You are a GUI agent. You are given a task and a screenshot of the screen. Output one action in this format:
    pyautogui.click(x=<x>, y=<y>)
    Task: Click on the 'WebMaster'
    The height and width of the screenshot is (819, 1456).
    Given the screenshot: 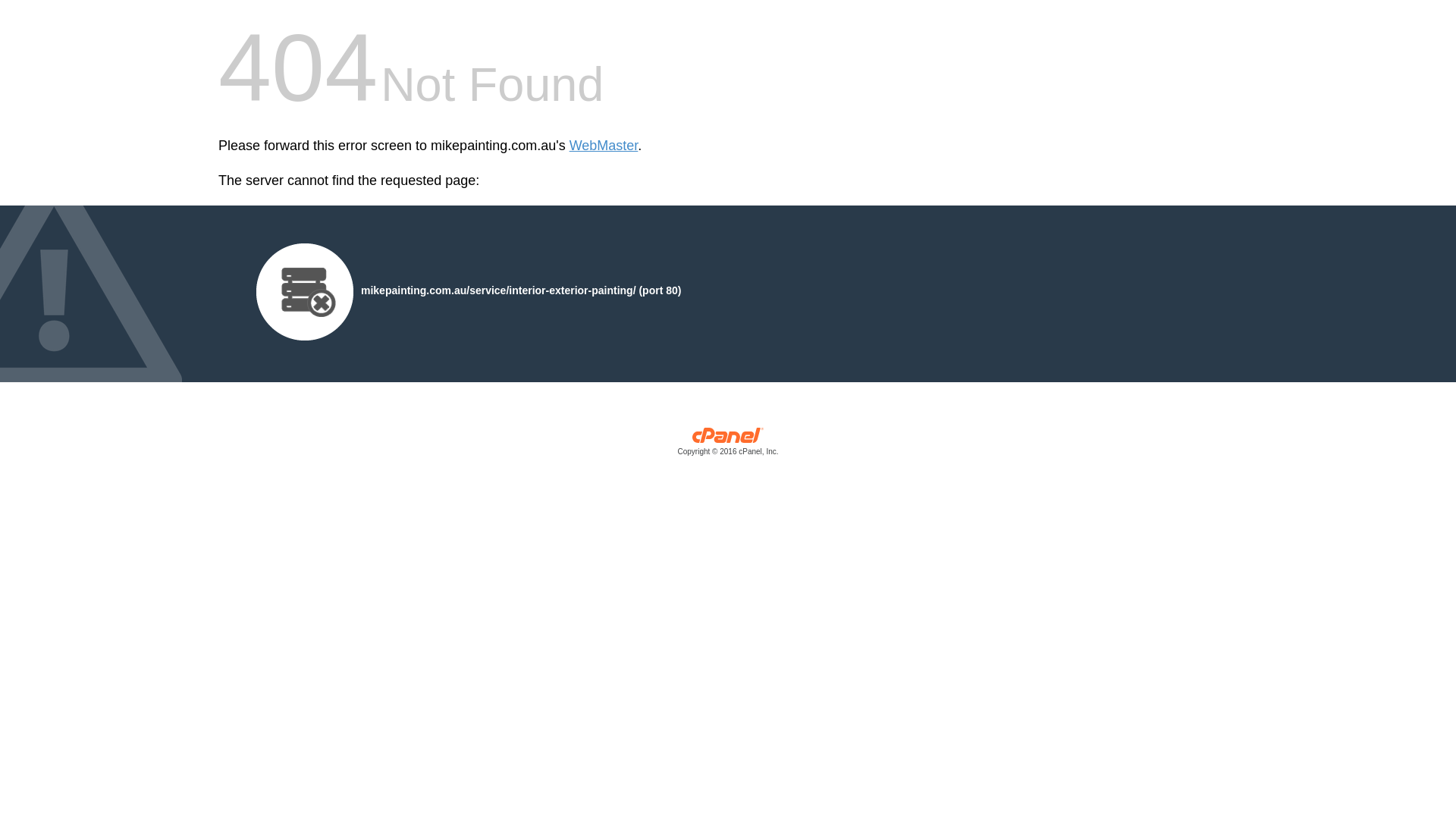 What is the action you would take?
    pyautogui.click(x=603, y=146)
    